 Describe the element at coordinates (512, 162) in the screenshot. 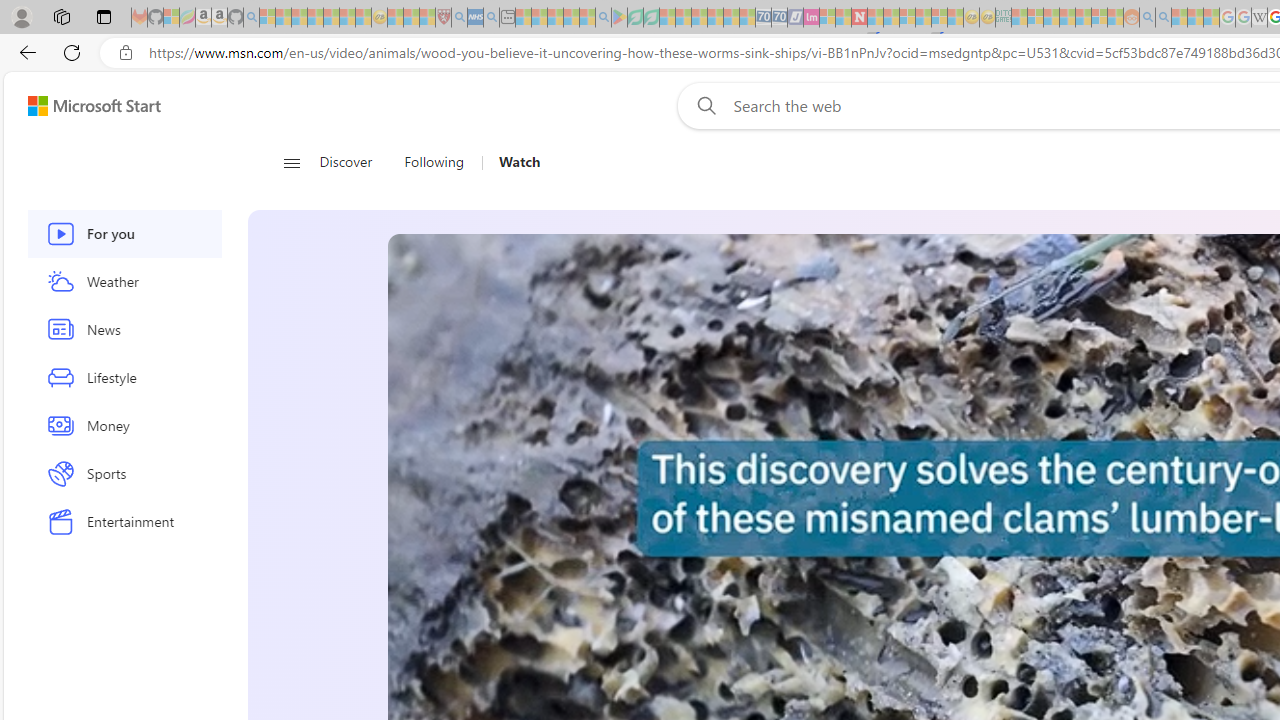

I see `'Watch'` at that location.